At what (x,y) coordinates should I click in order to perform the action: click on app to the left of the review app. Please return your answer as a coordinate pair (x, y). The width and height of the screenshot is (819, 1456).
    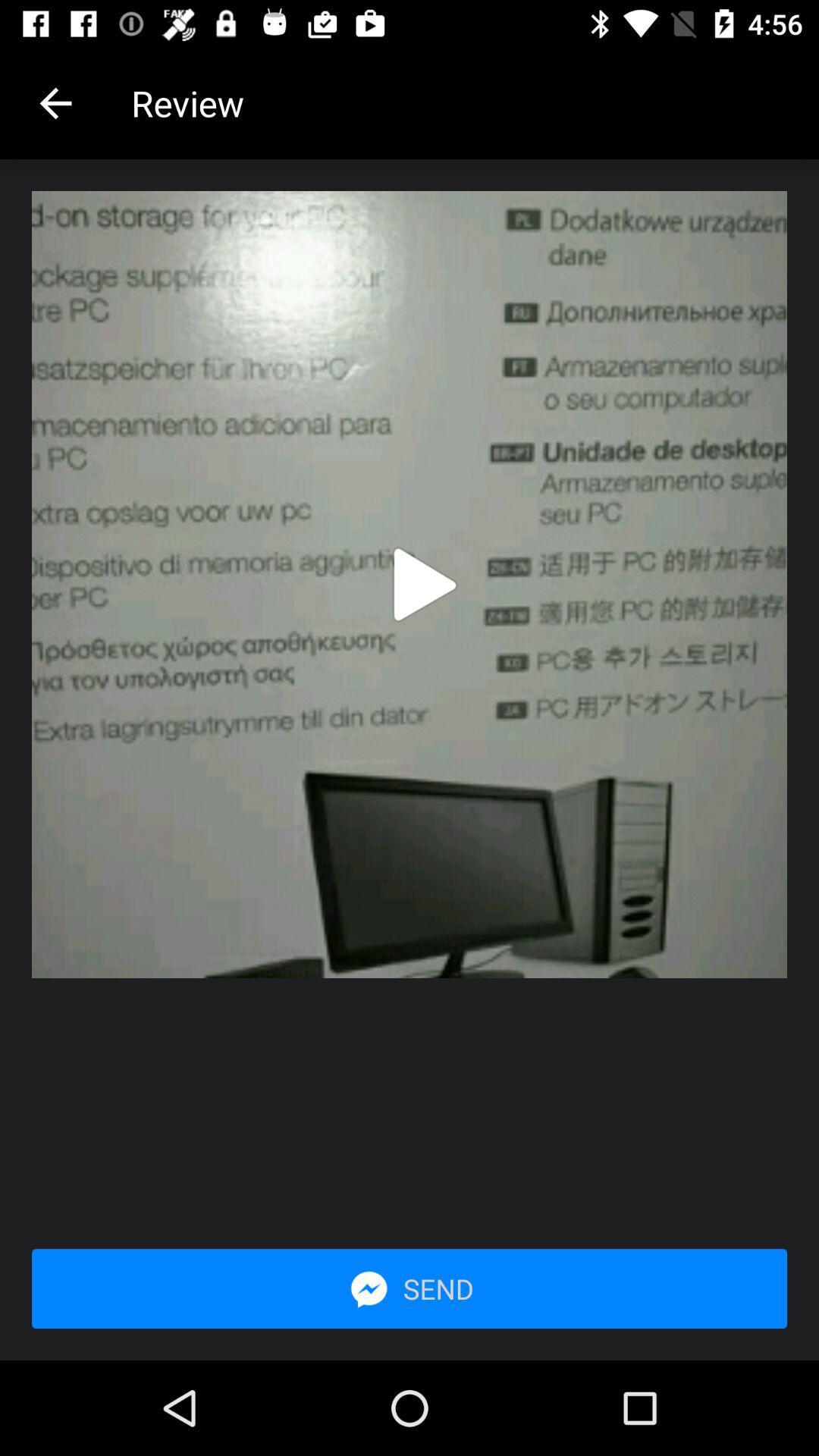
    Looking at the image, I should click on (55, 102).